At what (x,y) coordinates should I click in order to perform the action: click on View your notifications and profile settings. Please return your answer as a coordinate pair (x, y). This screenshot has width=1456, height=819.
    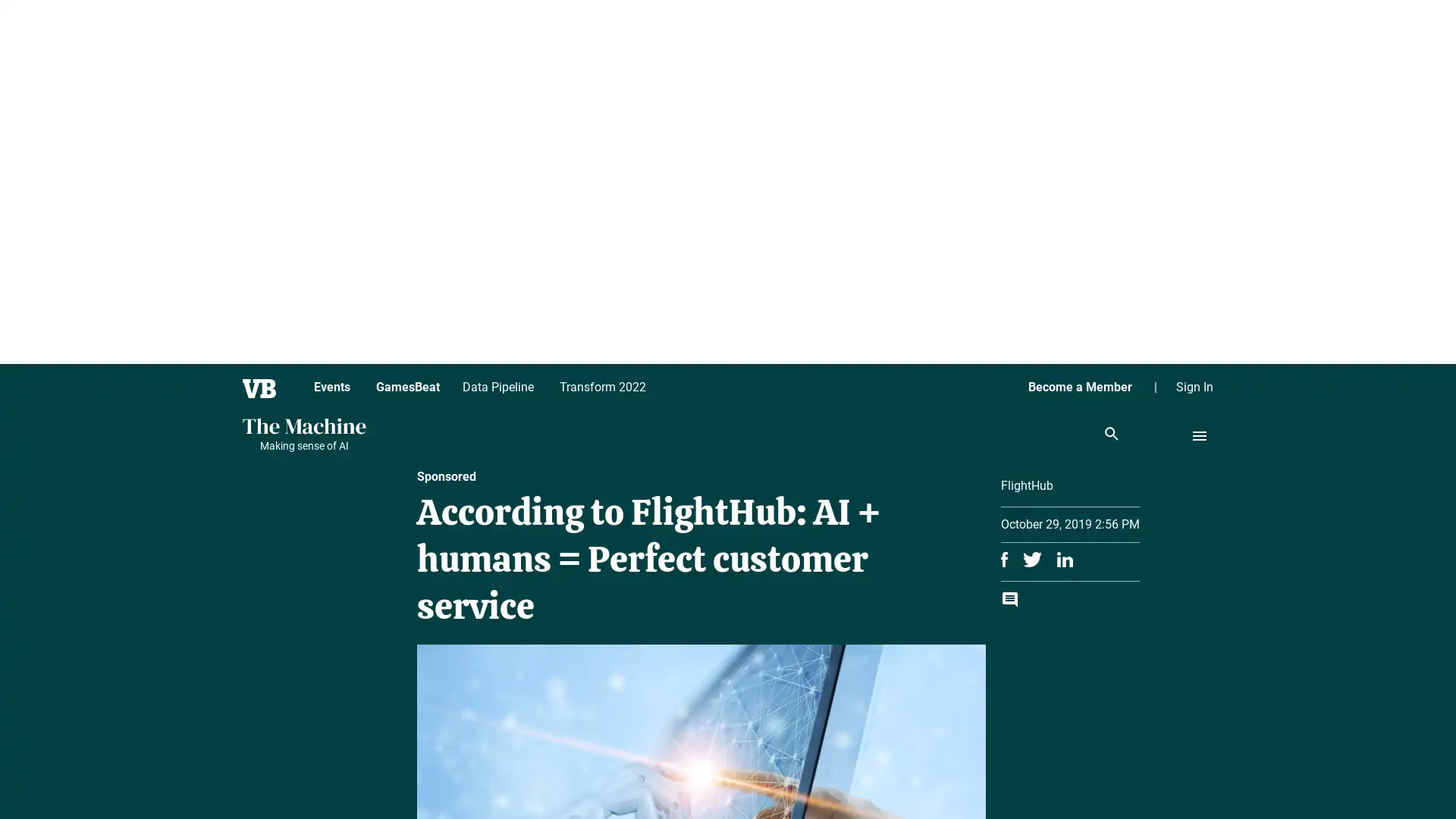
    Looking at the image, I should click on (1407, 770).